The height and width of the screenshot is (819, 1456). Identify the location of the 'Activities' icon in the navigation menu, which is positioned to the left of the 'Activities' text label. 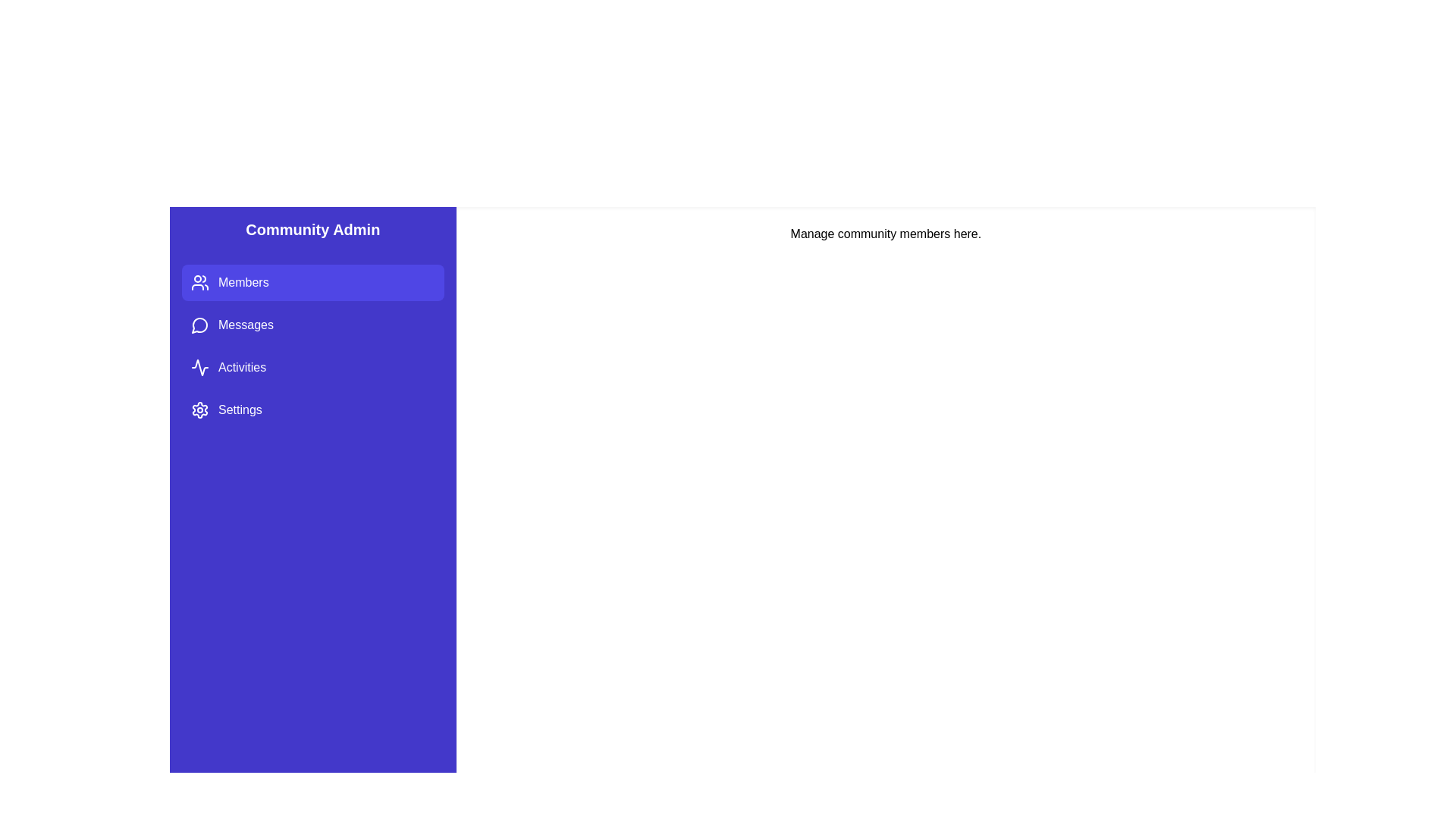
(199, 368).